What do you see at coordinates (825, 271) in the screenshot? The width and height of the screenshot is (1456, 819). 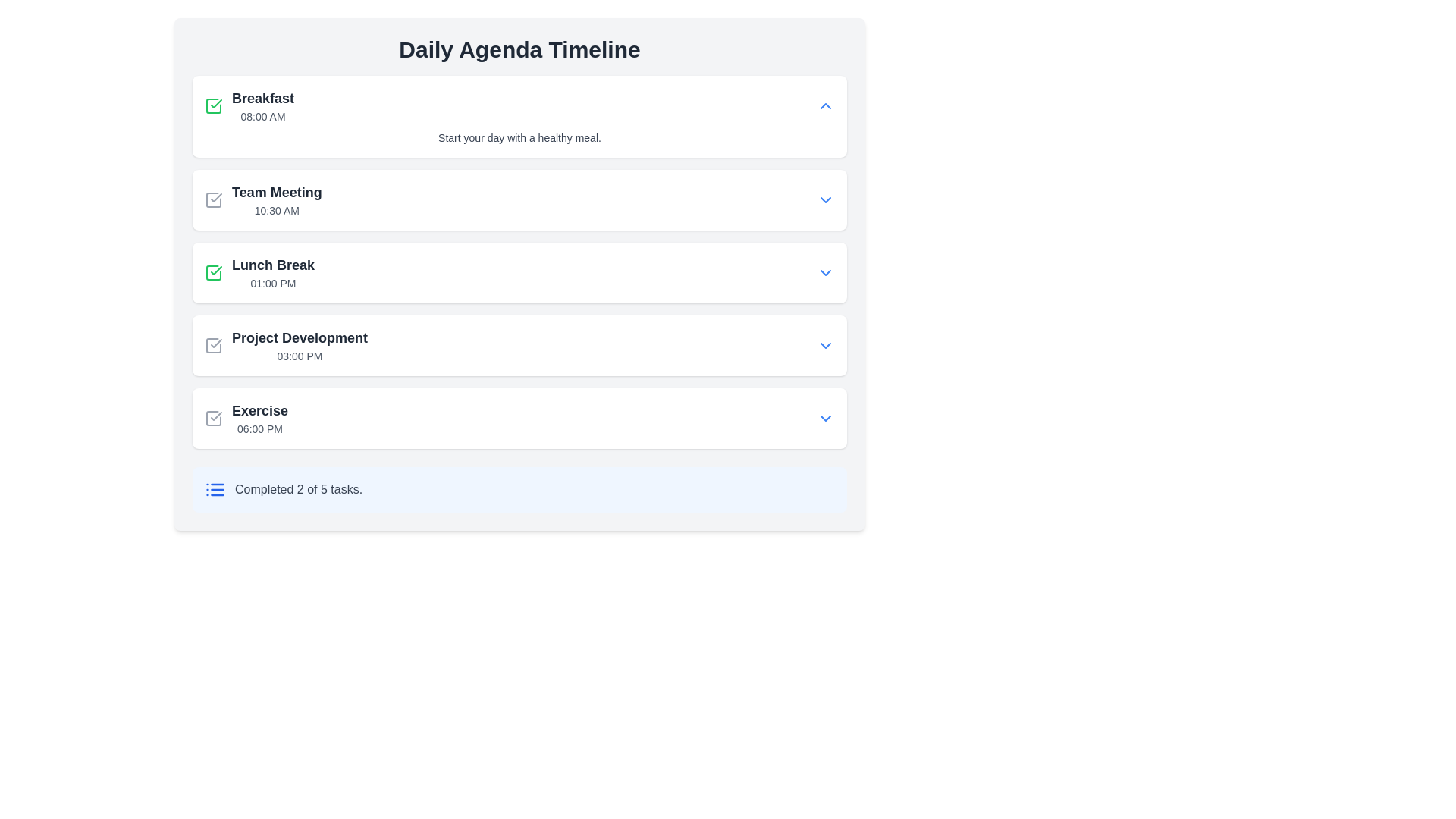 I see `the downward-pointing chevron icon of the Dropdown toggle button located at the rightmost part of the 'Lunch Break' row, which shows '01:00 PM'` at bounding box center [825, 271].